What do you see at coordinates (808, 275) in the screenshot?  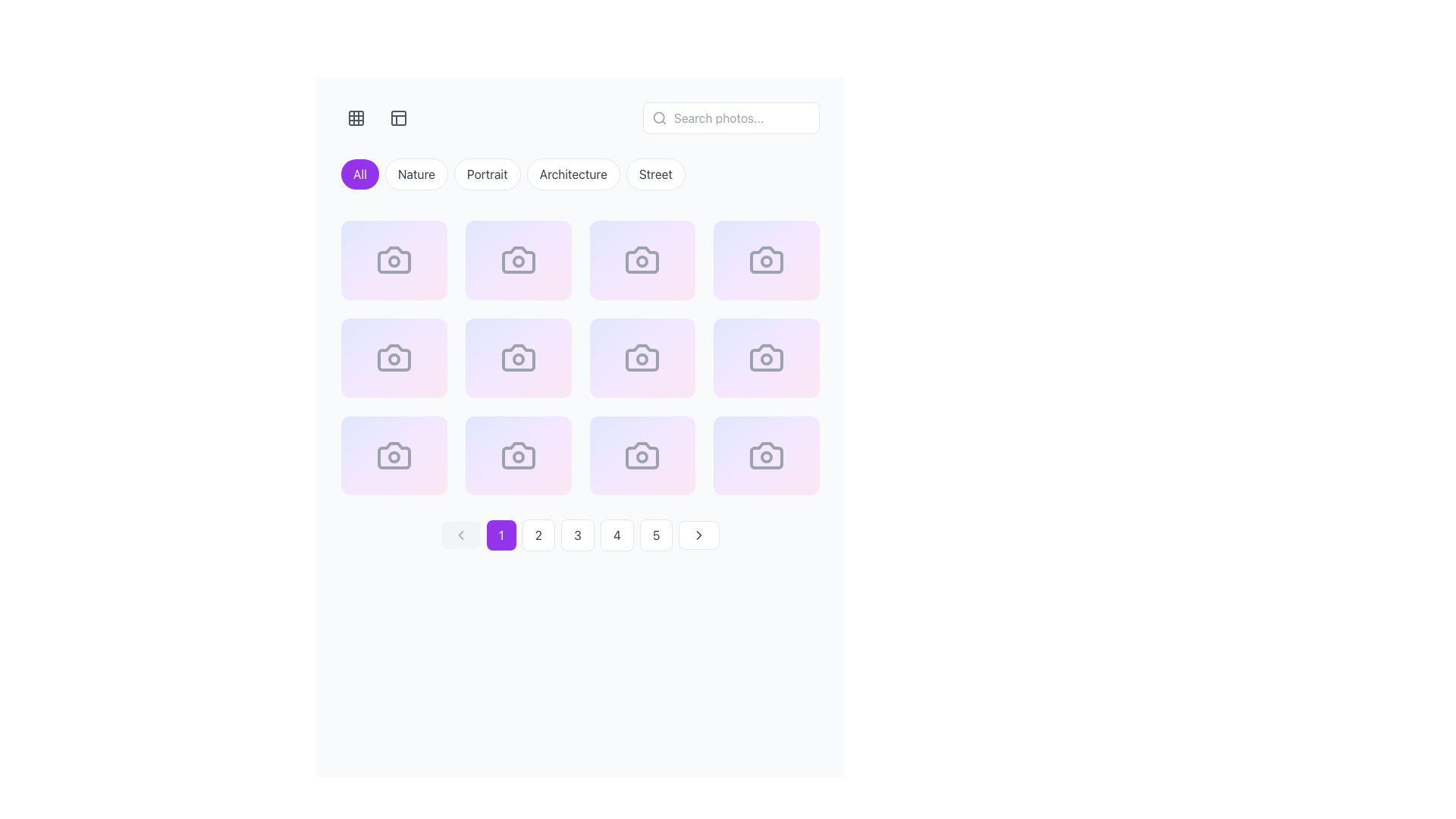 I see `the vector icon shaped like an eye located in the top-right corner of a grid cell` at bounding box center [808, 275].